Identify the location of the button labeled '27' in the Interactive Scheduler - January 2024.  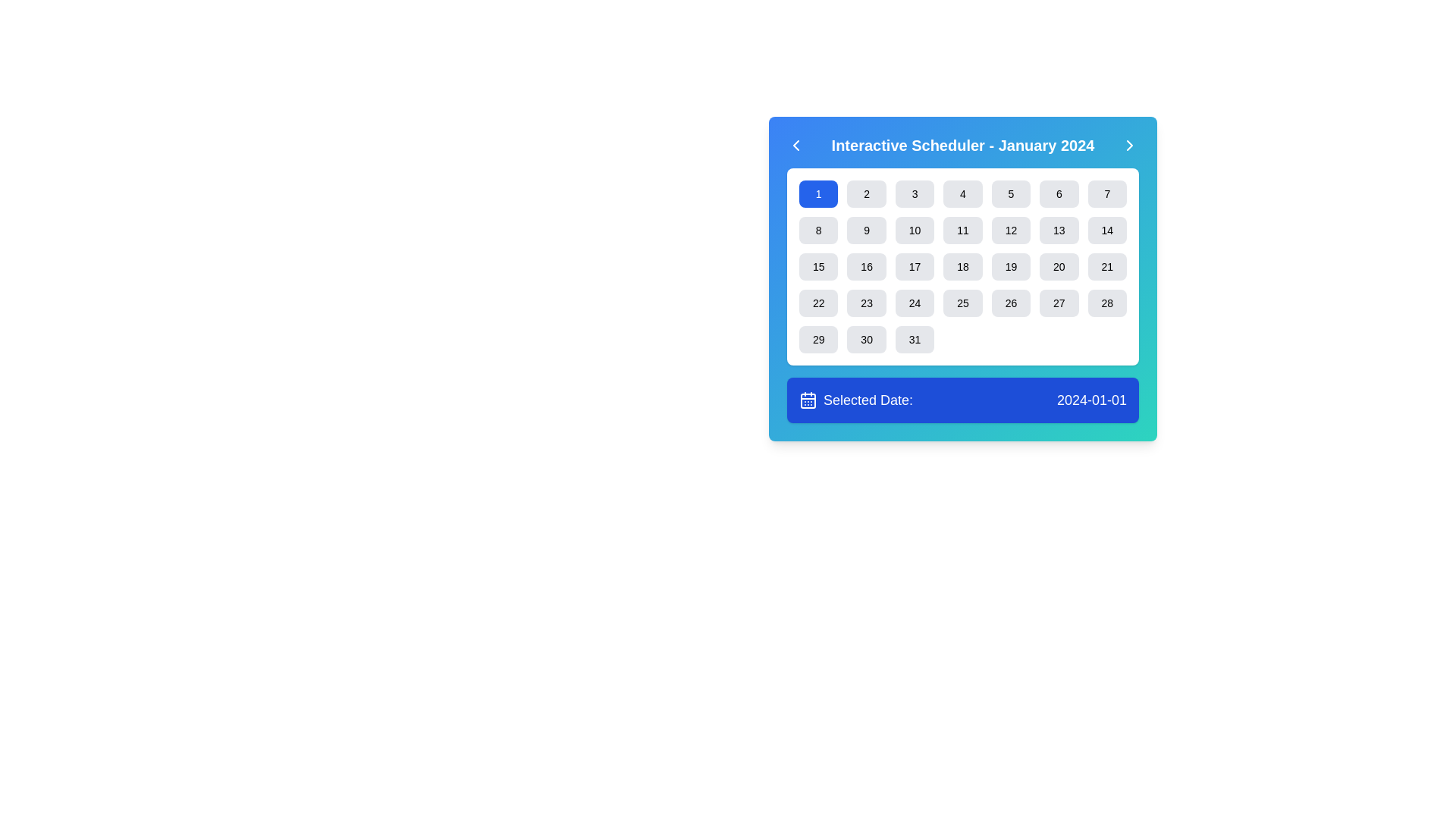
(1058, 303).